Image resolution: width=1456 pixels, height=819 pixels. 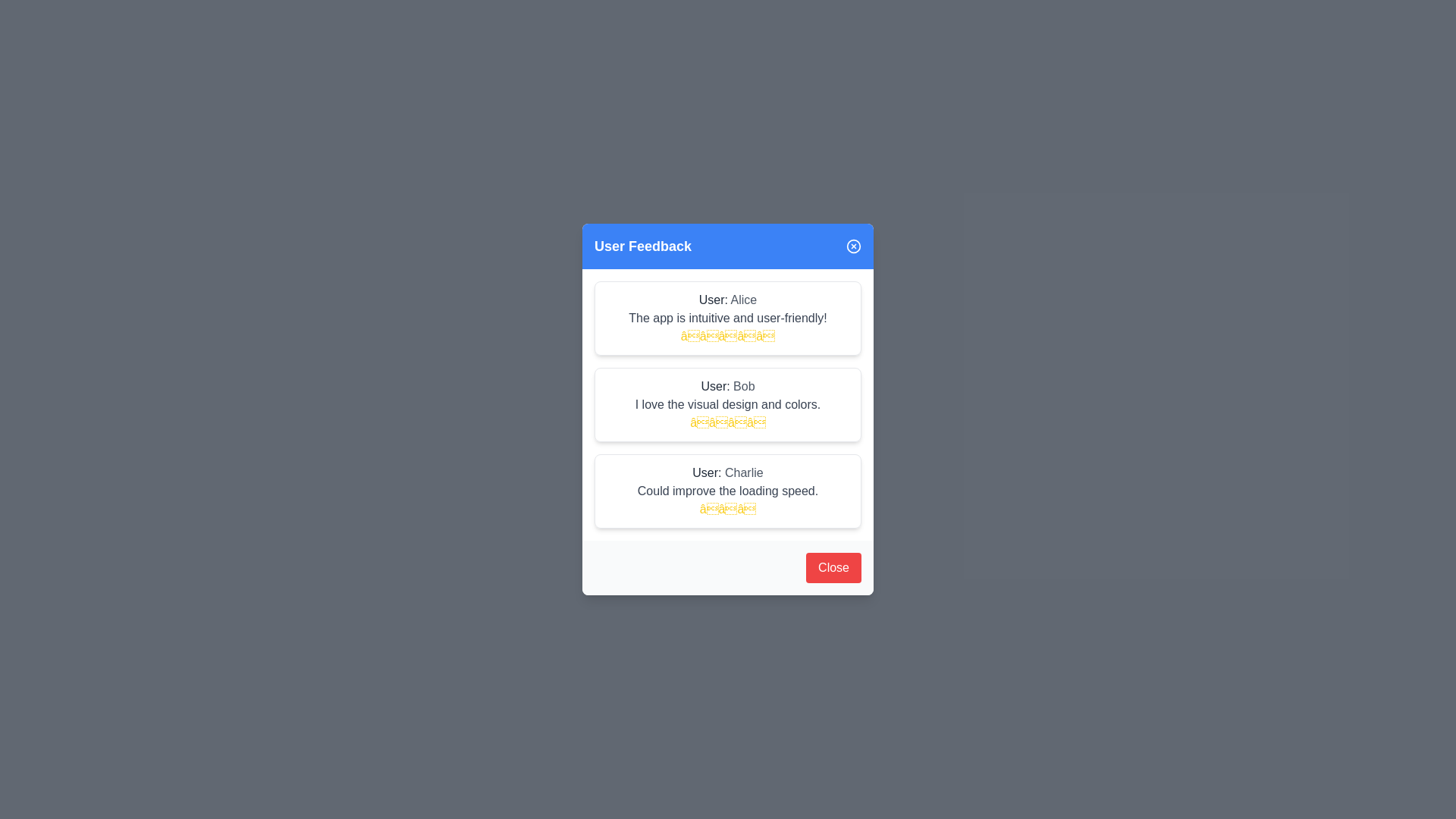 What do you see at coordinates (854, 245) in the screenshot?
I see `the close icon in the header to close the dialog` at bounding box center [854, 245].